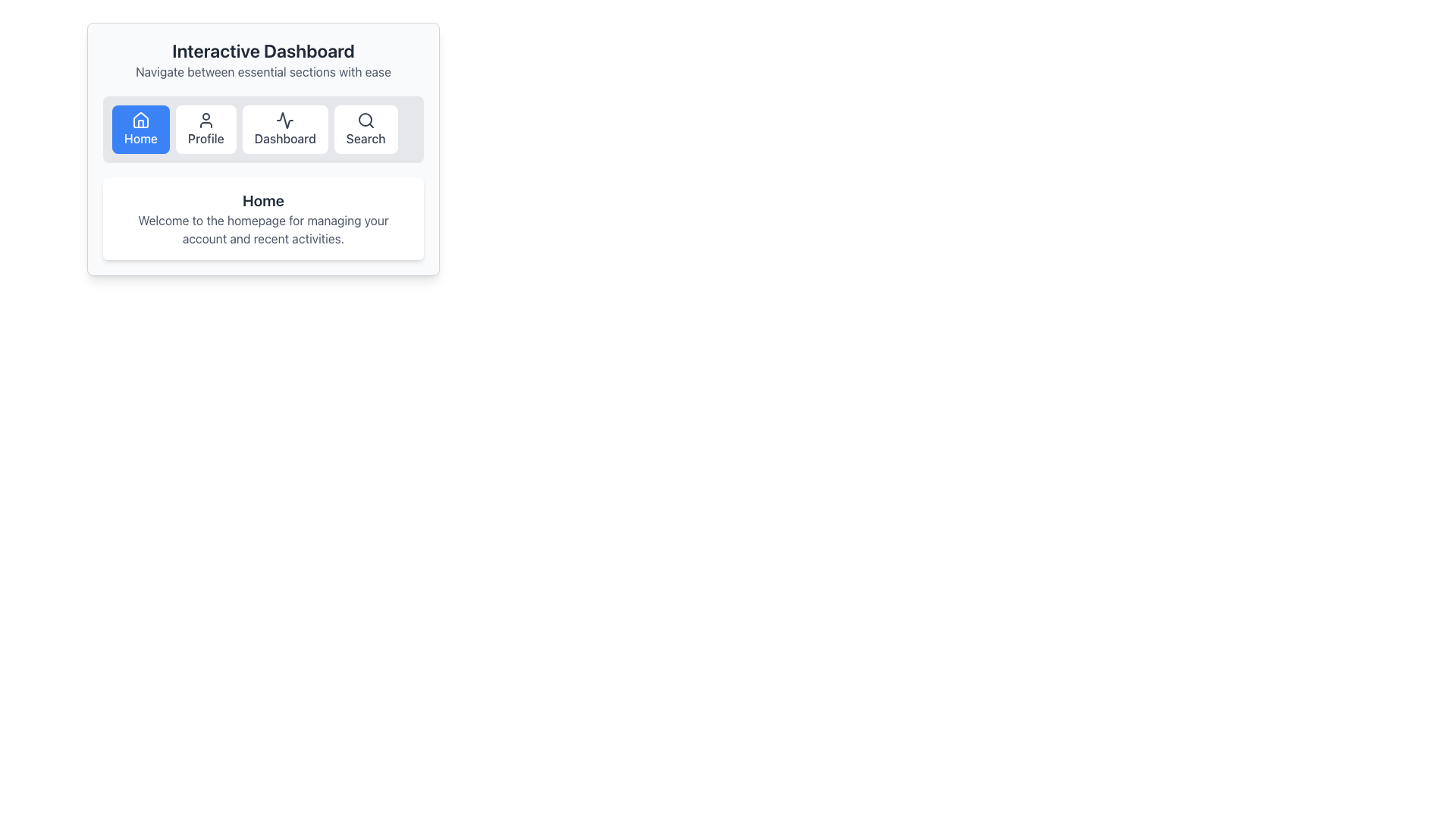 The width and height of the screenshot is (1456, 819). What do you see at coordinates (366, 128) in the screenshot?
I see `the search button located in the horizontal menu bar to initiate a search` at bounding box center [366, 128].